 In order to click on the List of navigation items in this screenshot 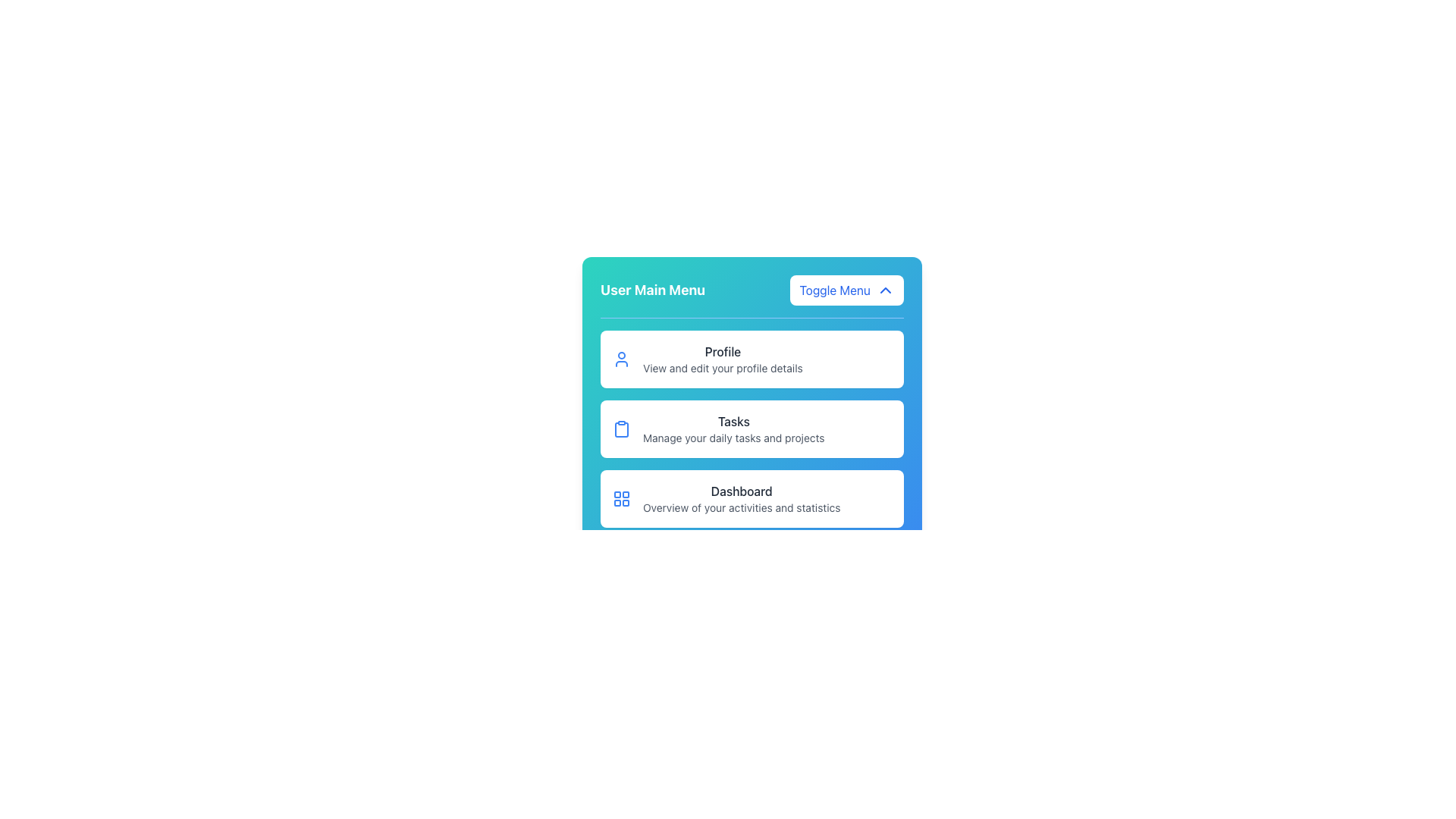, I will do `click(752, 463)`.